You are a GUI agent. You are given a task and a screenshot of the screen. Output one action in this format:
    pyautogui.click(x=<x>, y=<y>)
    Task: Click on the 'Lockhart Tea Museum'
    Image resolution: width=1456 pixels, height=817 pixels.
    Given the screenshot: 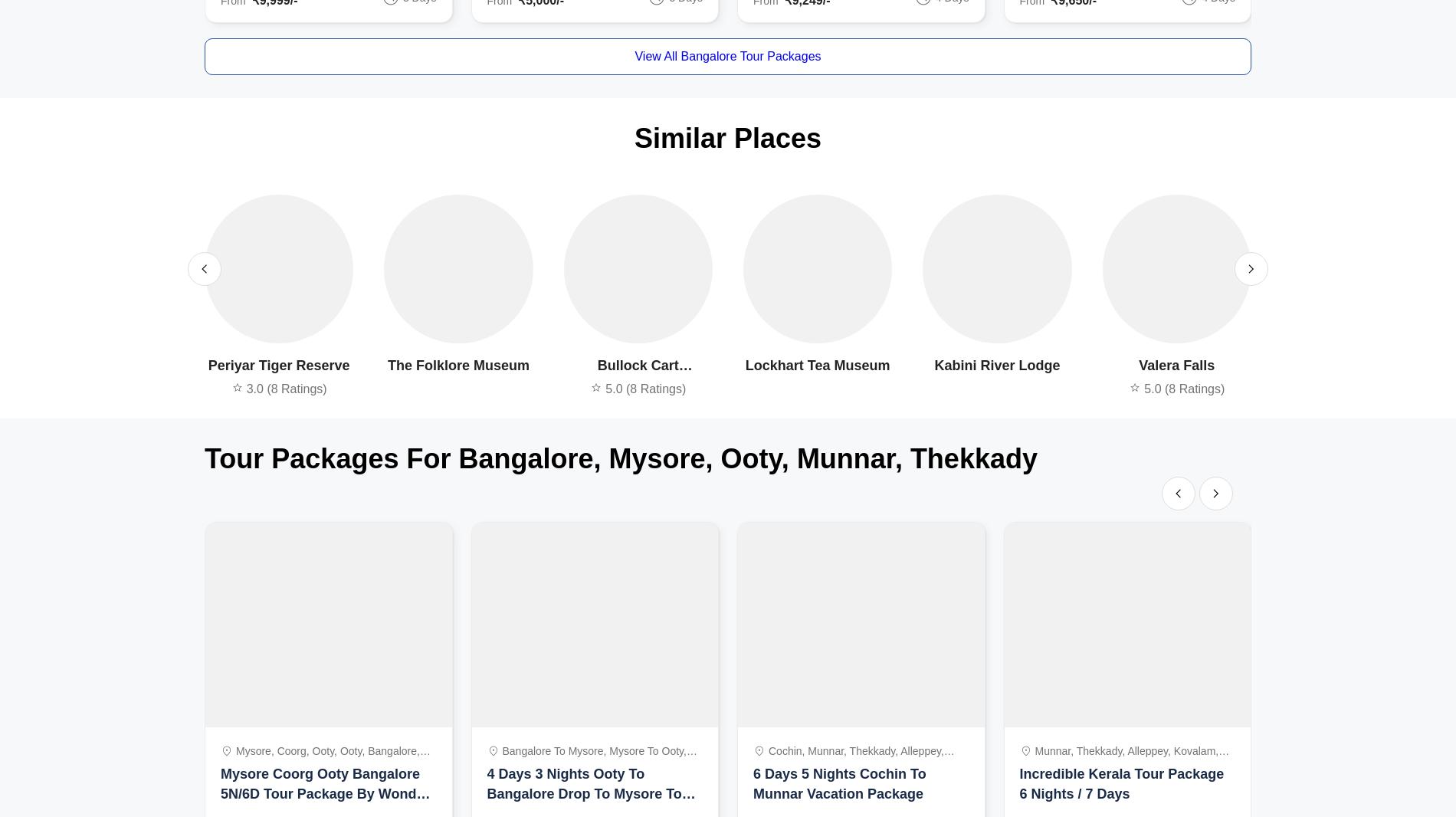 What is the action you would take?
    pyautogui.click(x=817, y=366)
    